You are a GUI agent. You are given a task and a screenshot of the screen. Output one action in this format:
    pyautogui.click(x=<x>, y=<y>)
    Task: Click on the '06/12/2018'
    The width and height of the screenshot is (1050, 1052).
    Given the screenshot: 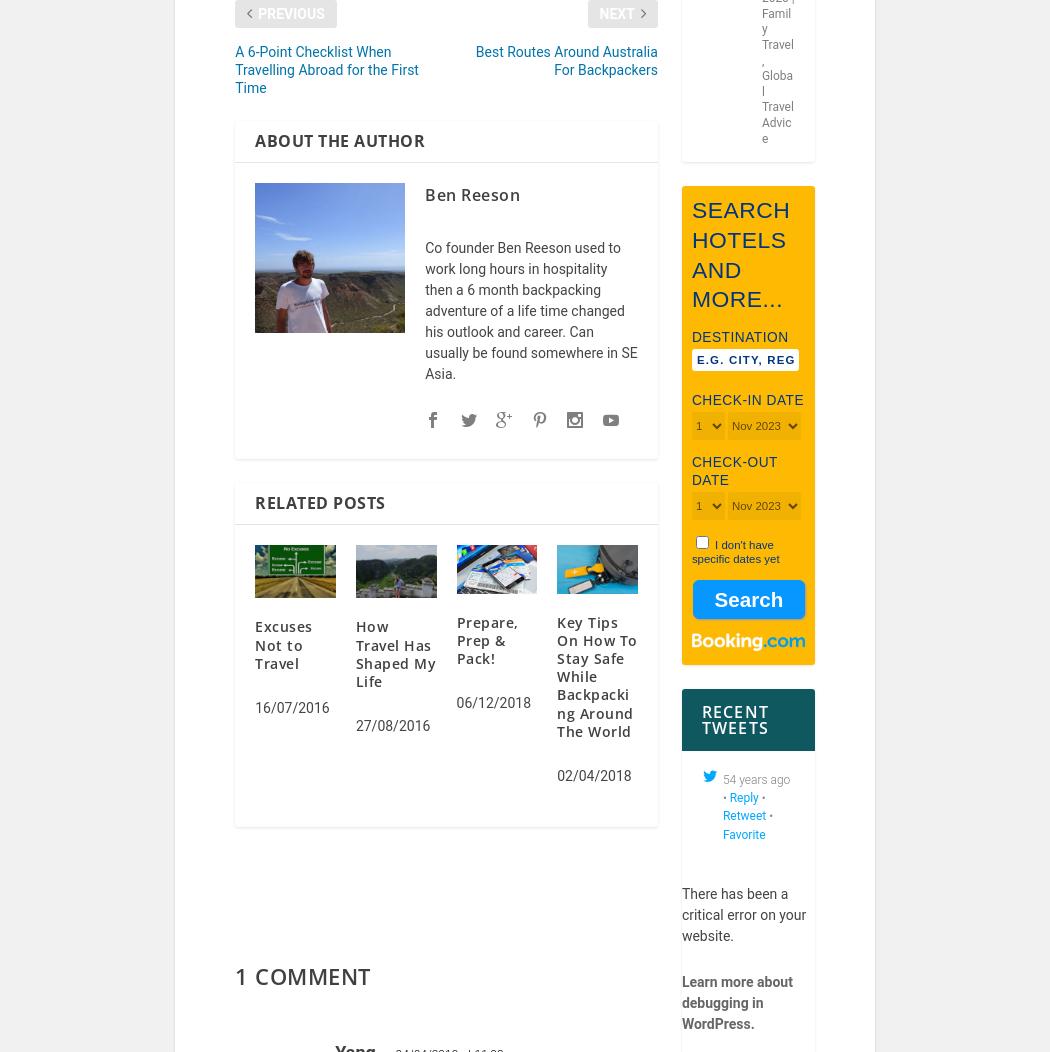 What is the action you would take?
    pyautogui.click(x=492, y=715)
    